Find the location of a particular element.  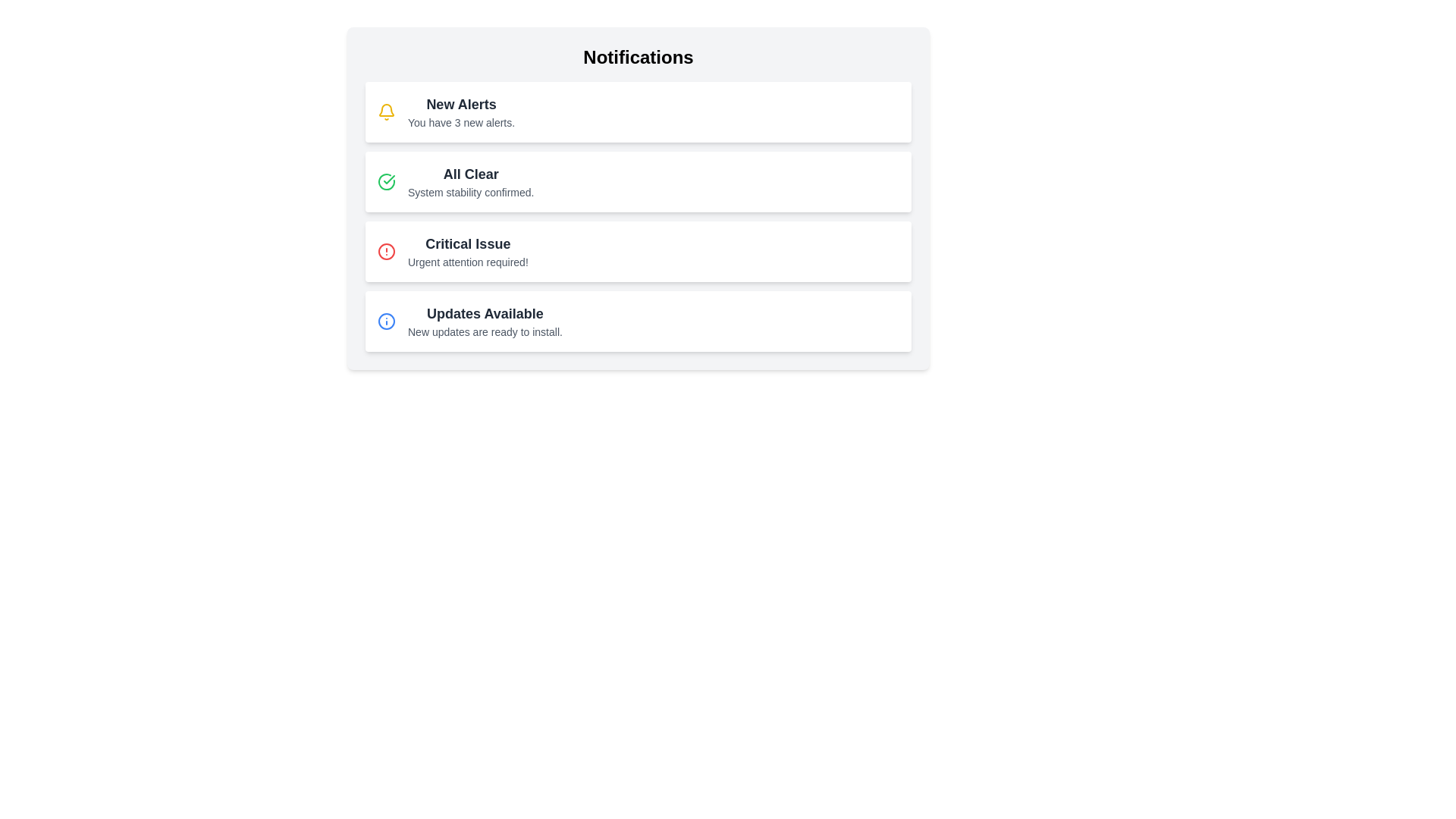

text label that states 'New updates are ready to install.' located within the Notifications panel, beneath the 'Updates Available' heading is located at coordinates (484, 331).